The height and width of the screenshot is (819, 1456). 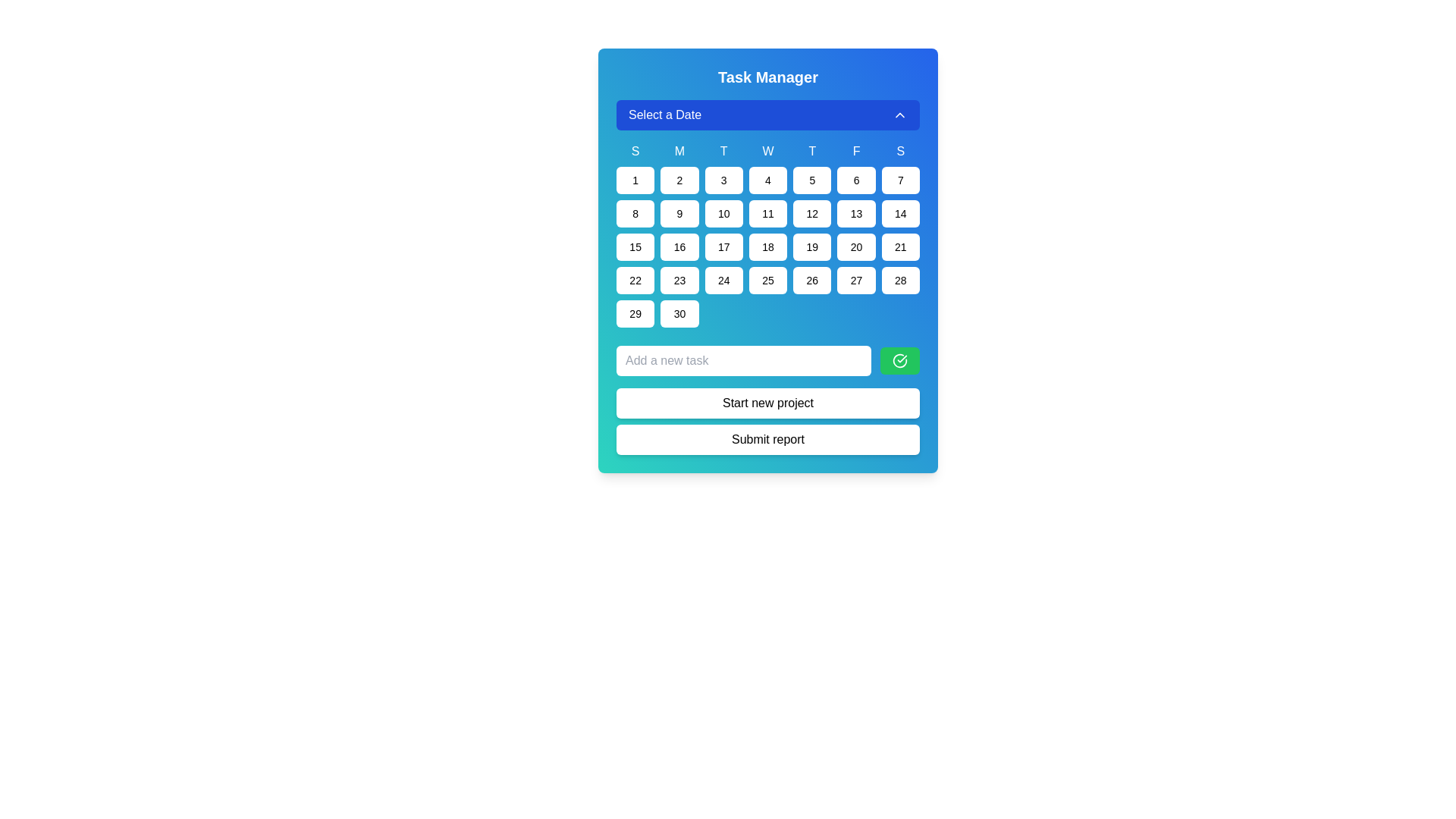 I want to click on the chevron-shaped icon located inside the 'Select a Date' dropdown button, so click(x=899, y=114).